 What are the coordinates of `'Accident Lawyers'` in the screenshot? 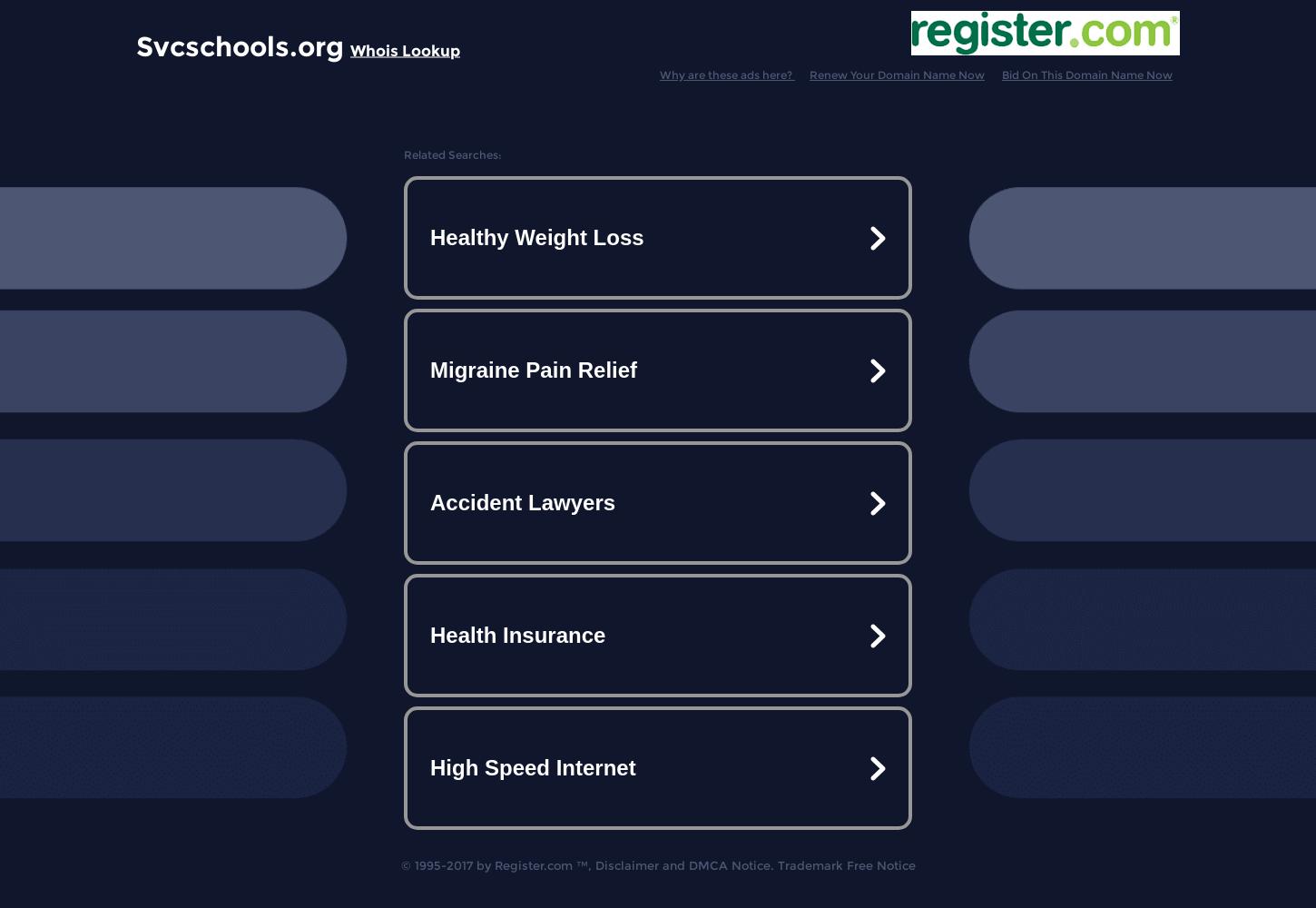 It's located at (522, 502).